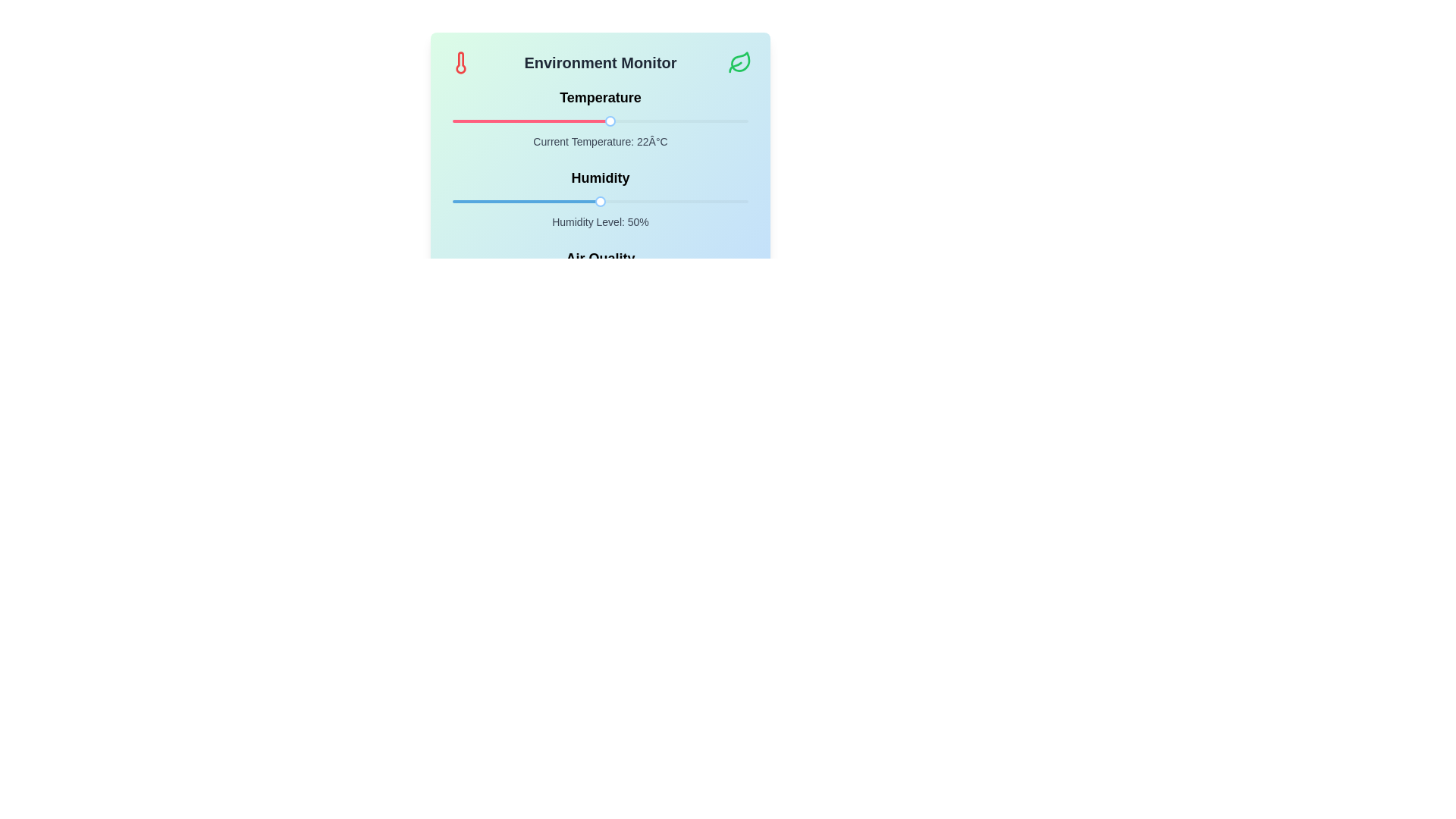 Image resolution: width=1456 pixels, height=819 pixels. Describe the element at coordinates (703, 201) in the screenshot. I see `humidity` at that location.